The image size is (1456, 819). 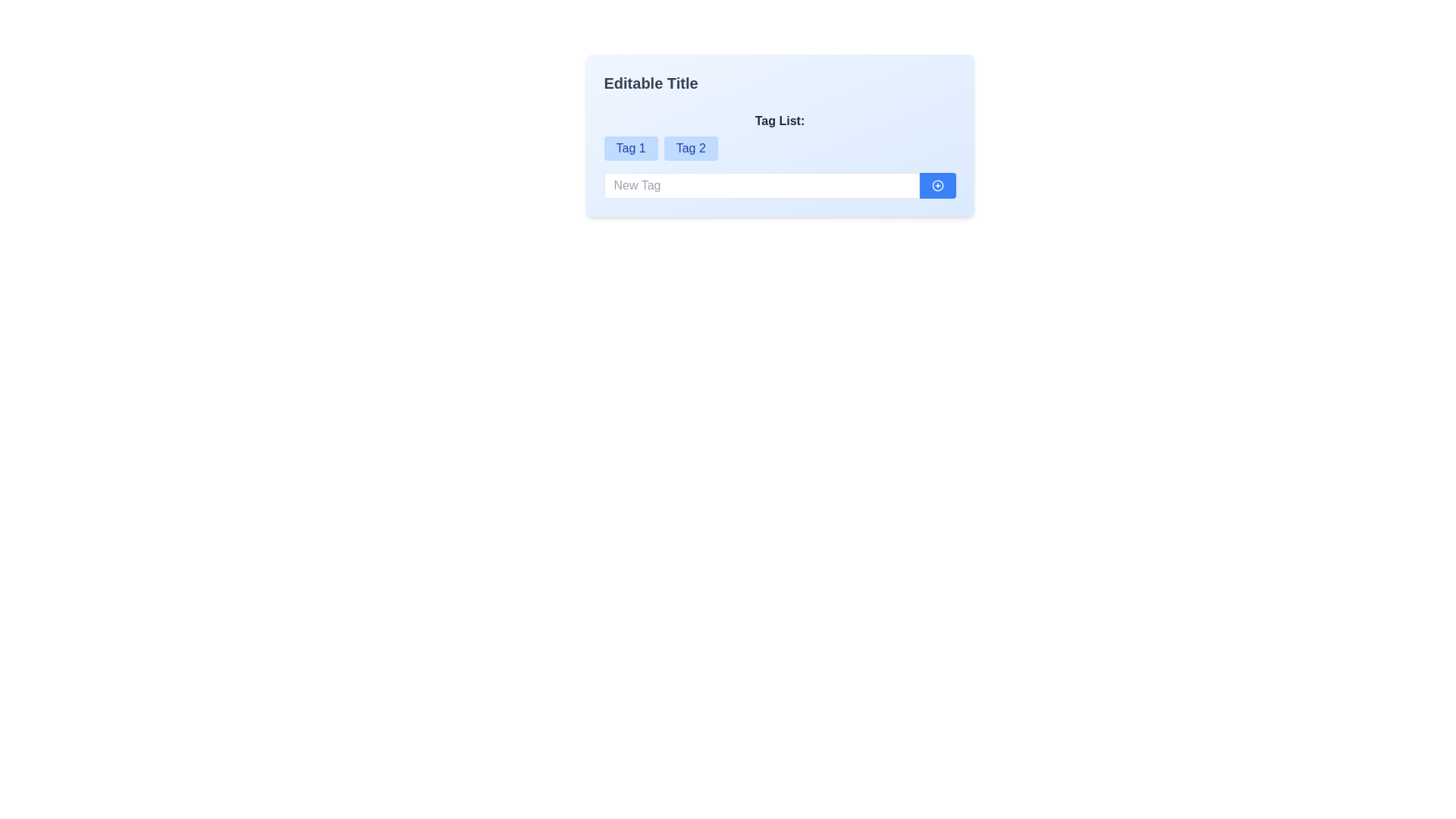 What do you see at coordinates (937, 185) in the screenshot?
I see `the circular button with a plus sign in the center, which is enclosed in a blue rounded rectangular button` at bounding box center [937, 185].